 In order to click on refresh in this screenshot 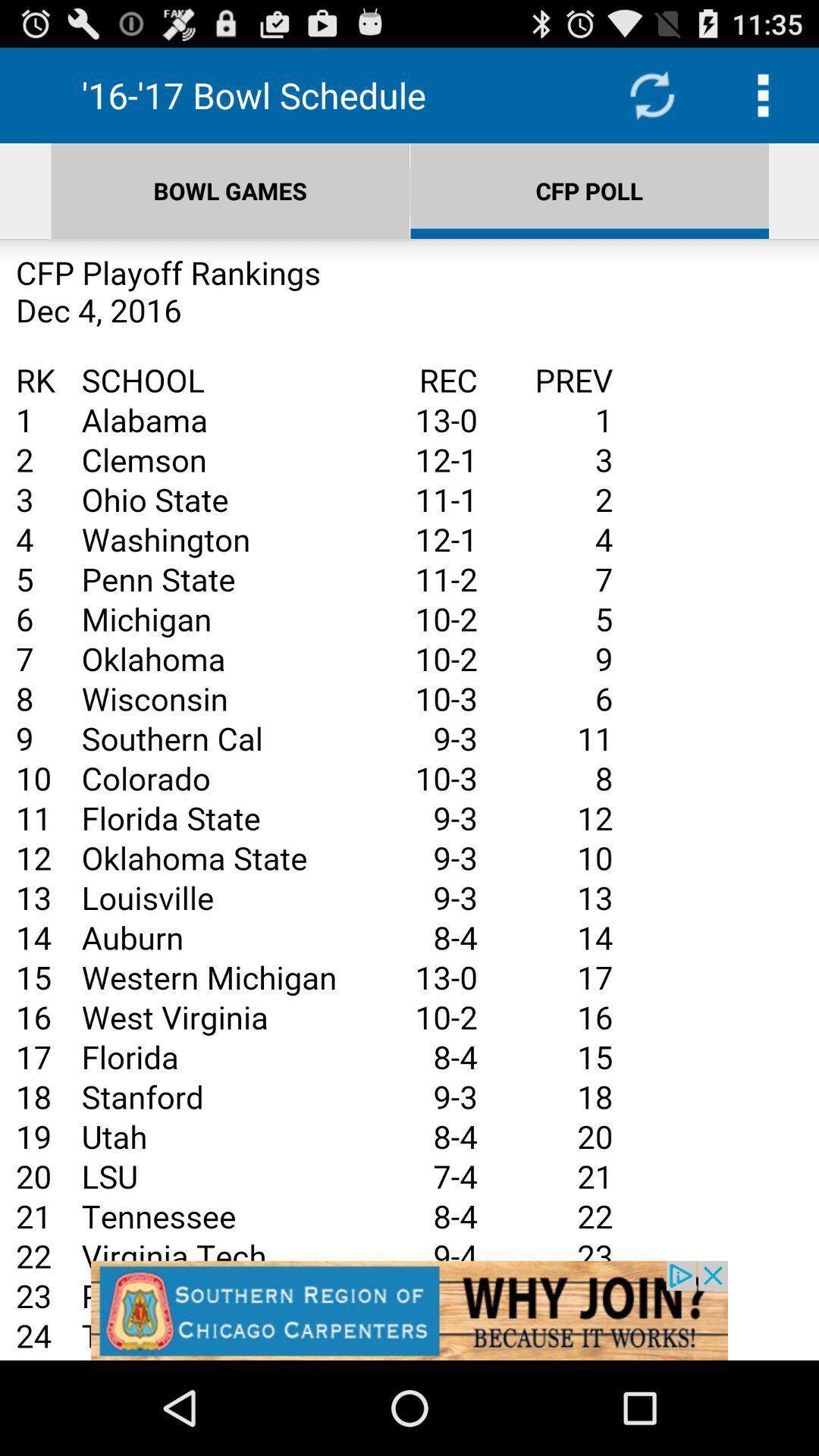, I will do `click(651, 94)`.